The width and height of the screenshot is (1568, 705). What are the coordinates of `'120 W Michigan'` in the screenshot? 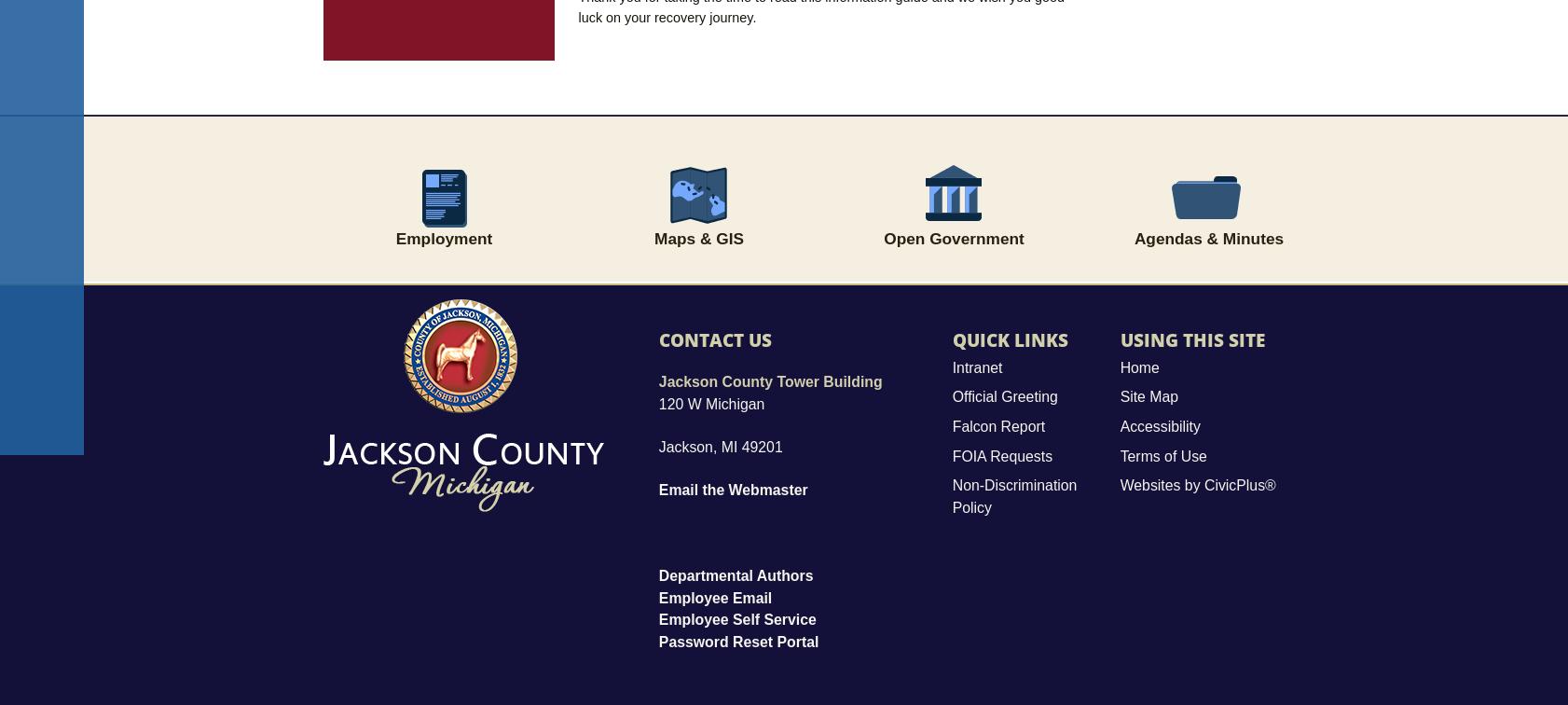 It's located at (657, 404).